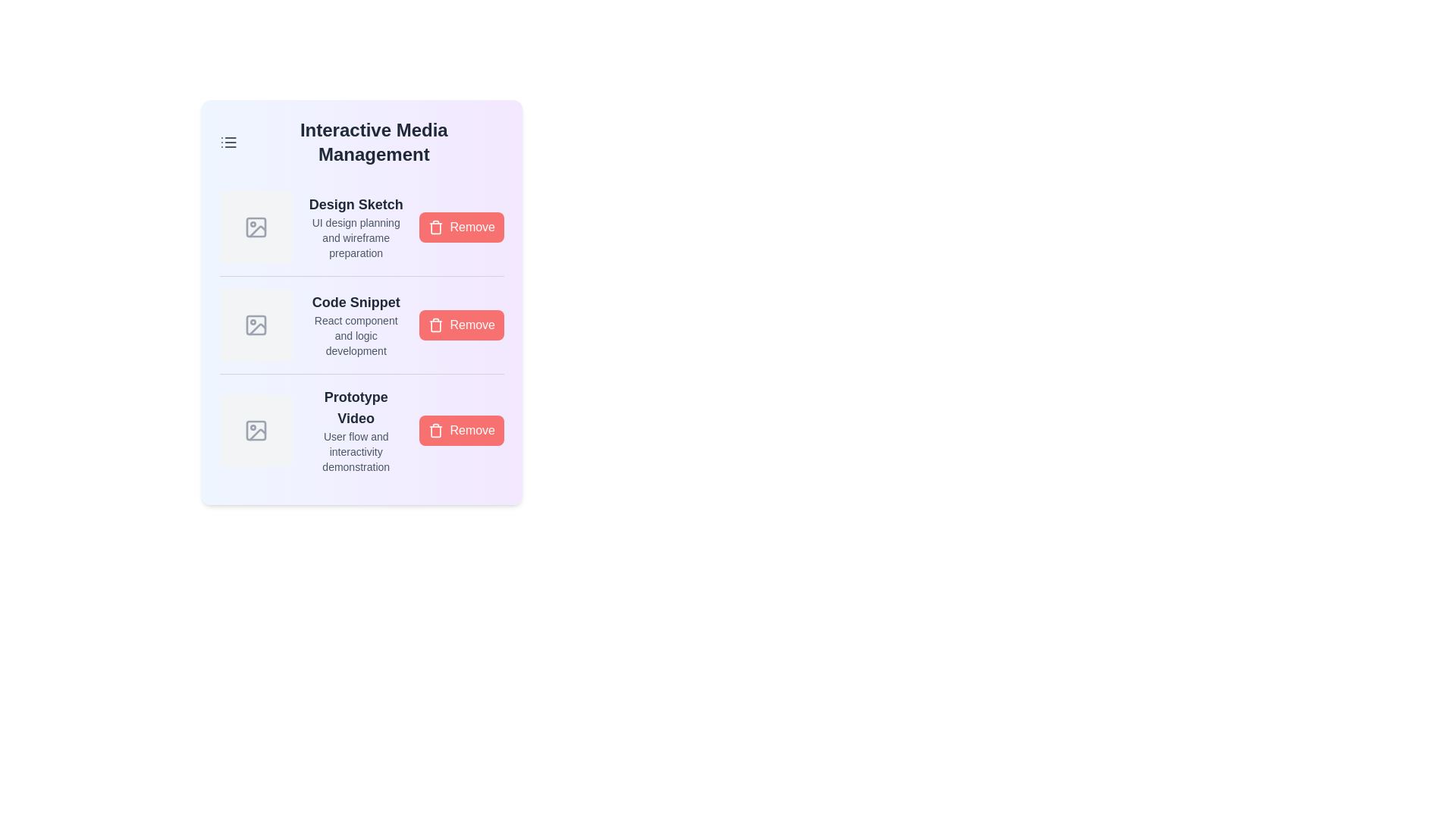  Describe the element at coordinates (256, 324) in the screenshot. I see `the media icon corresponding to Code Snippet` at that location.